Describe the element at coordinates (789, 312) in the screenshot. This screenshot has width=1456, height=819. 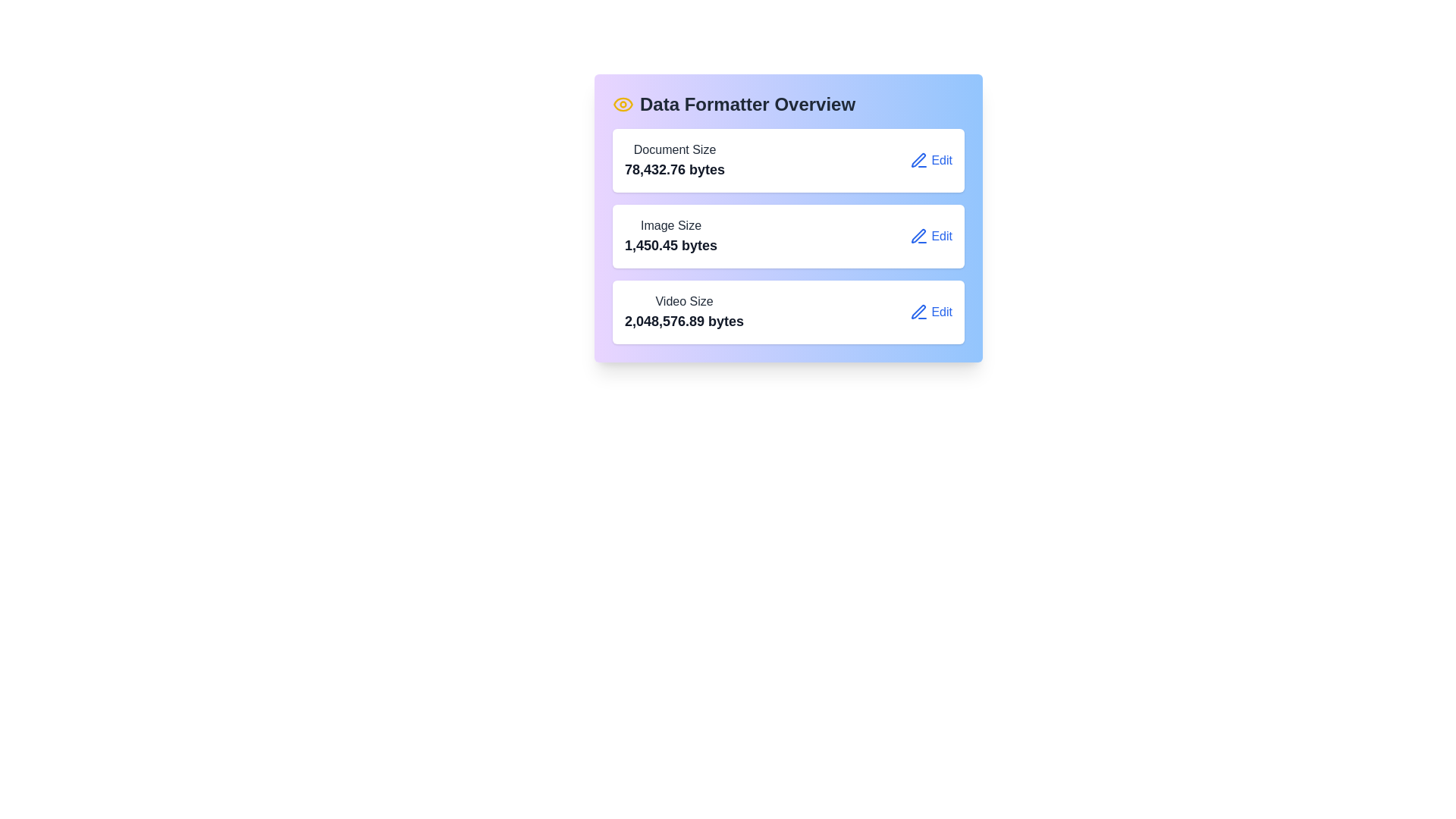
I see `the 'Edit' link on the third card-like informational block that provides video file size details, located in the 'Data Formatter Overview' section` at that location.